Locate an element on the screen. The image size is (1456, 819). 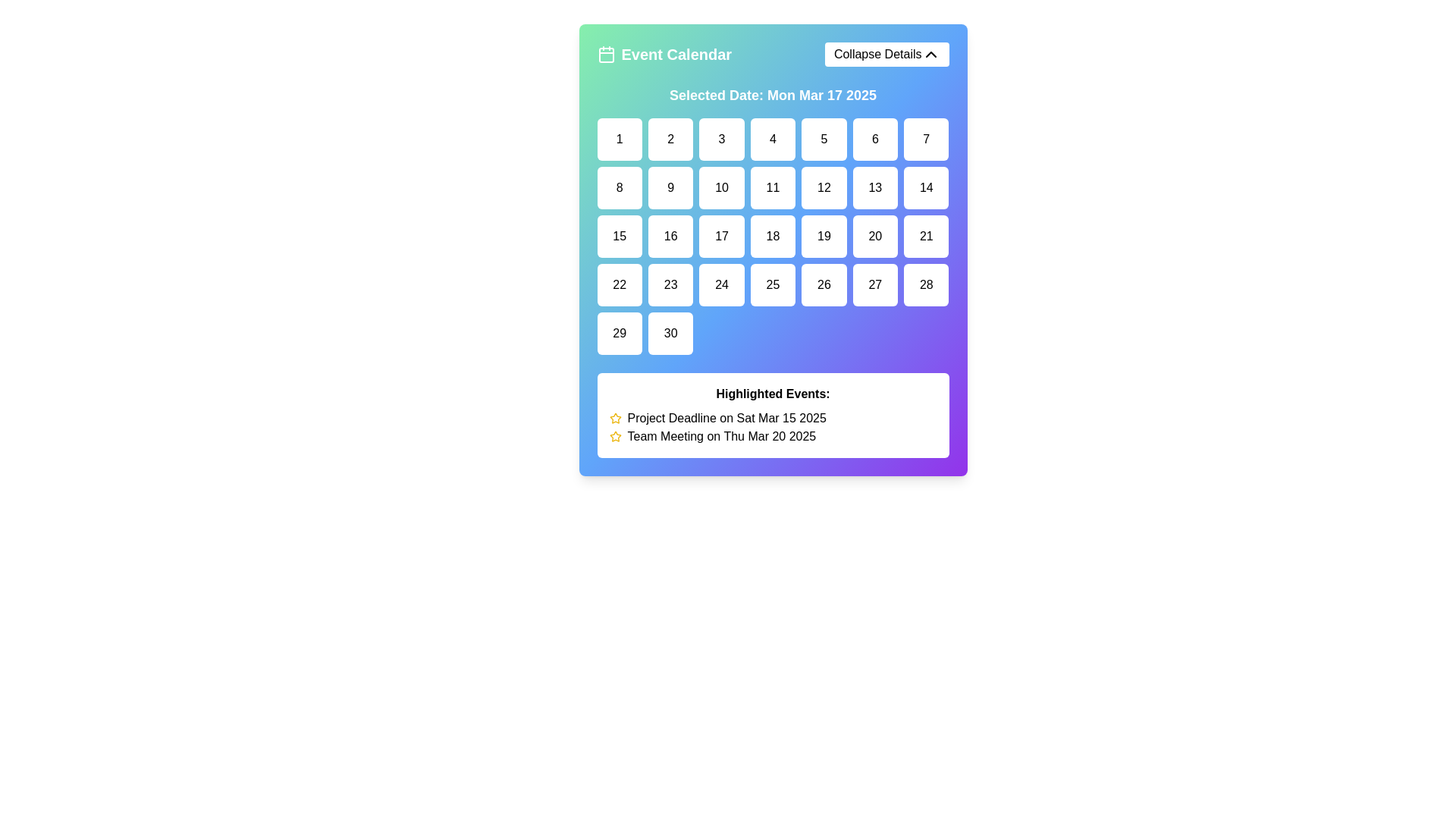
the square button with rounded corners labeled '4' is located at coordinates (773, 140).